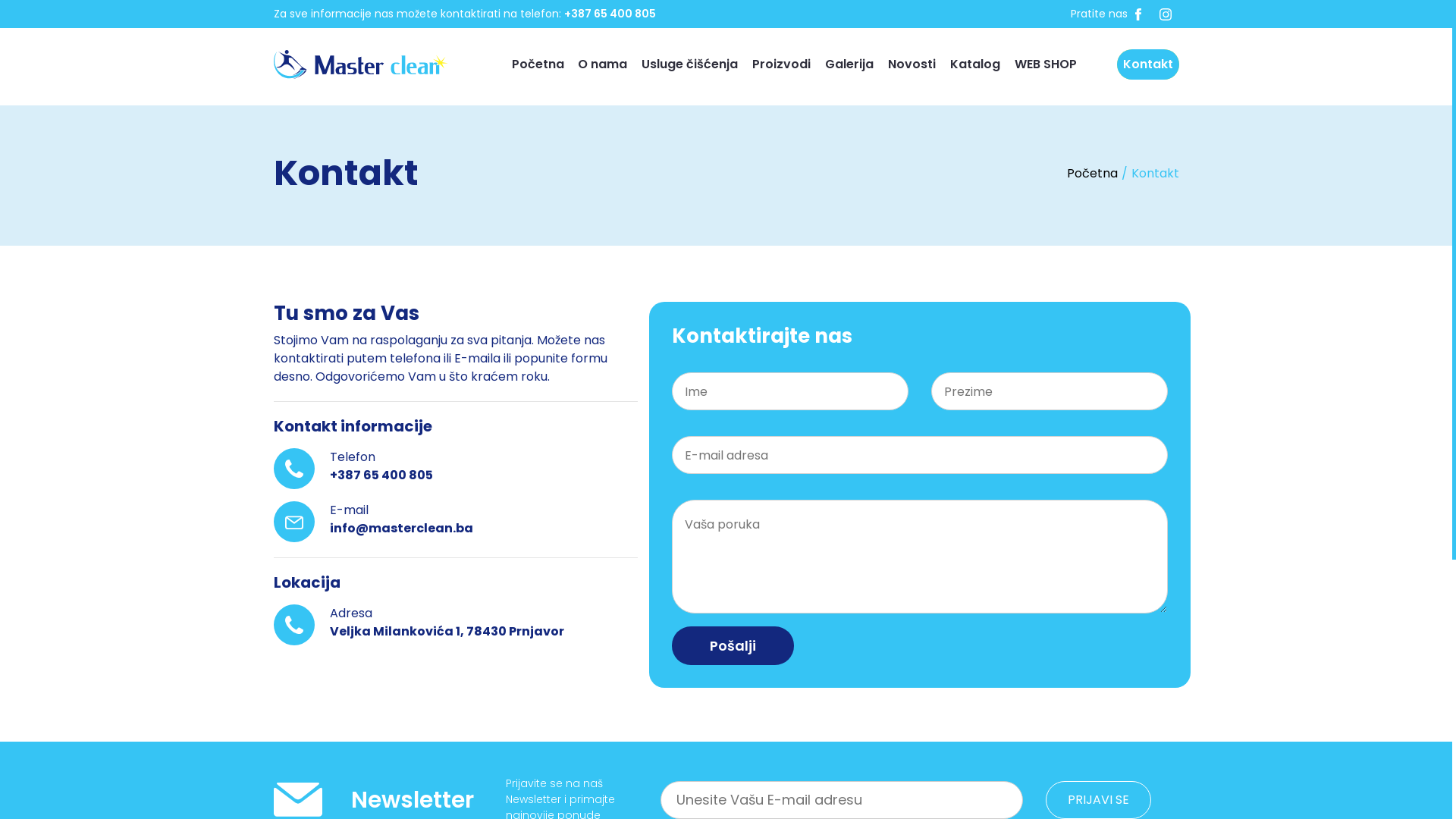 The width and height of the screenshot is (1456, 819). What do you see at coordinates (911, 63) in the screenshot?
I see `'Novosti'` at bounding box center [911, 63].